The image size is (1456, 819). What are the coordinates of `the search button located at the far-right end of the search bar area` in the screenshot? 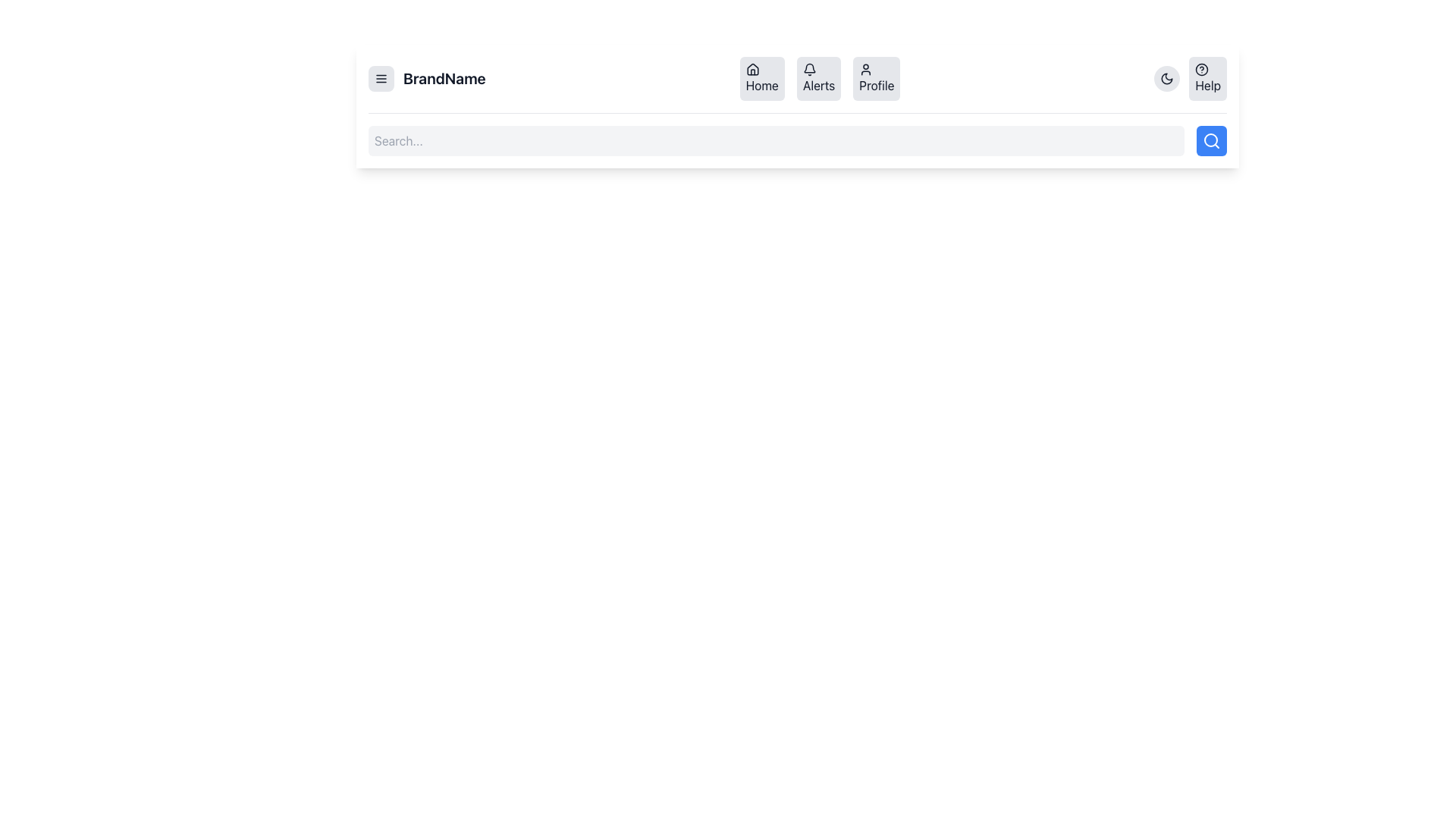 It's located at (1211, 140).